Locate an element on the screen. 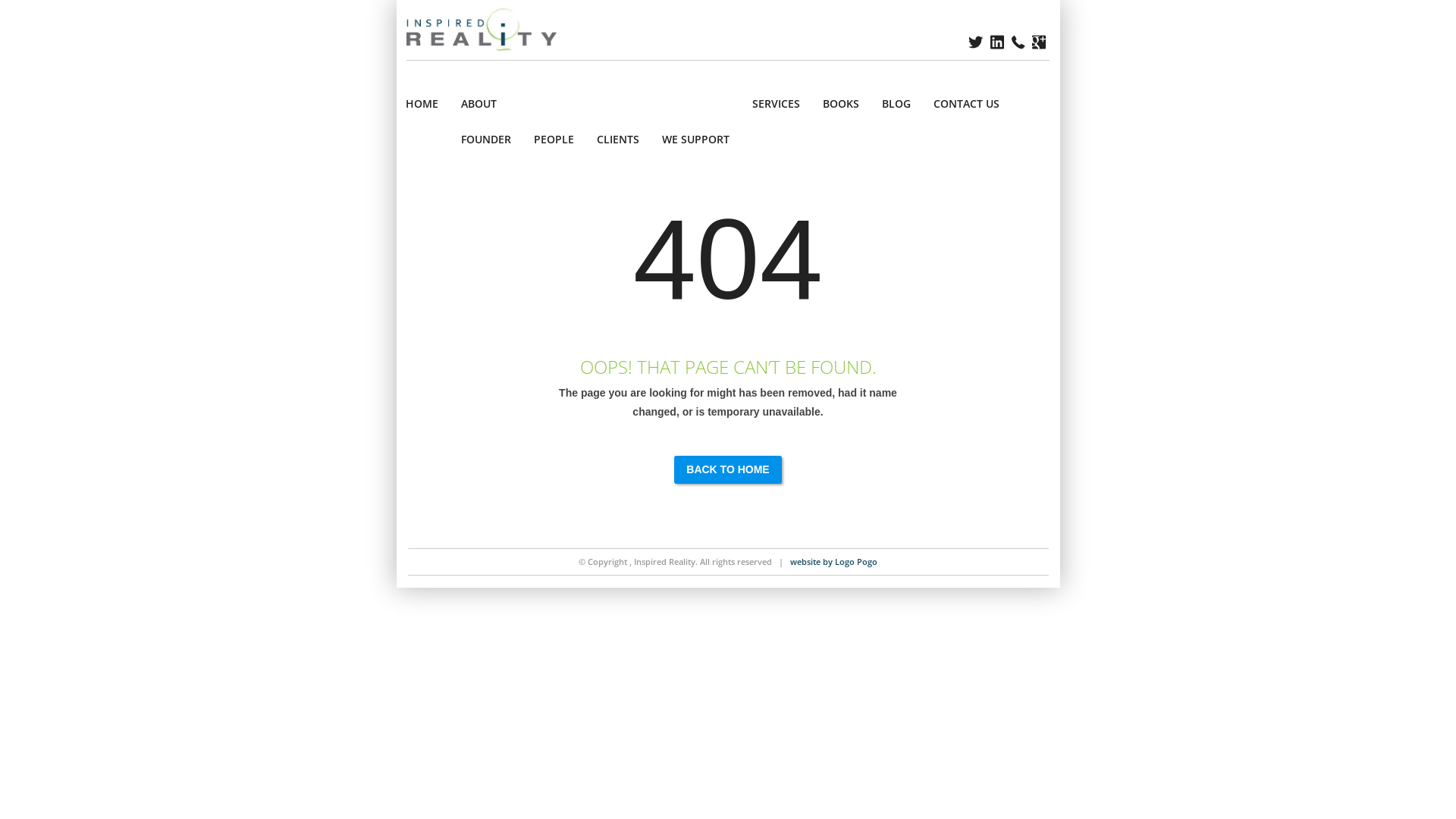 This screenshot has height=819, width=1456. 'BOOKS' is located at coordinates (839, 102).